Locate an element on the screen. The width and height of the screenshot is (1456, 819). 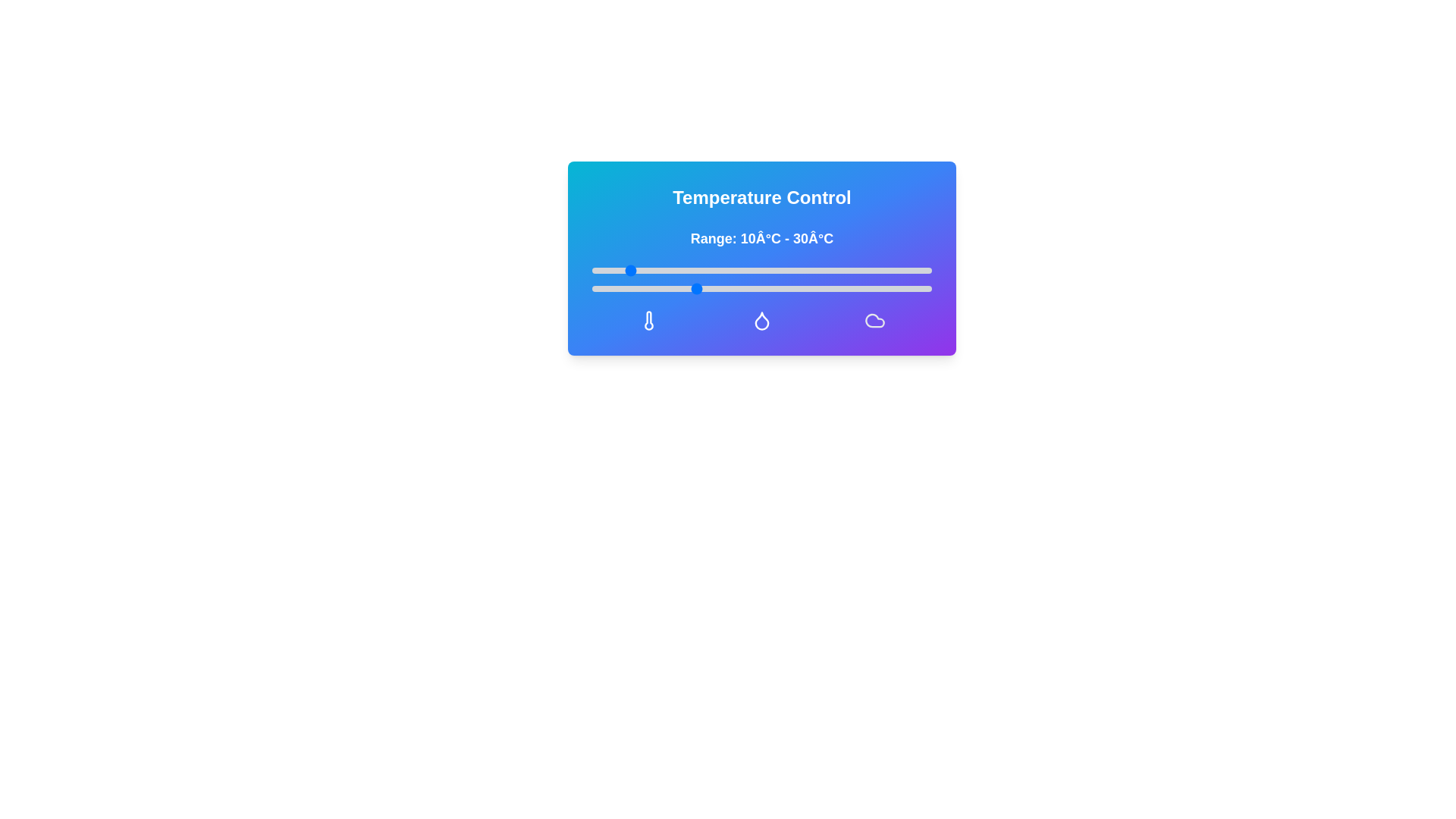
the slider is located at coordinates (839, 289).